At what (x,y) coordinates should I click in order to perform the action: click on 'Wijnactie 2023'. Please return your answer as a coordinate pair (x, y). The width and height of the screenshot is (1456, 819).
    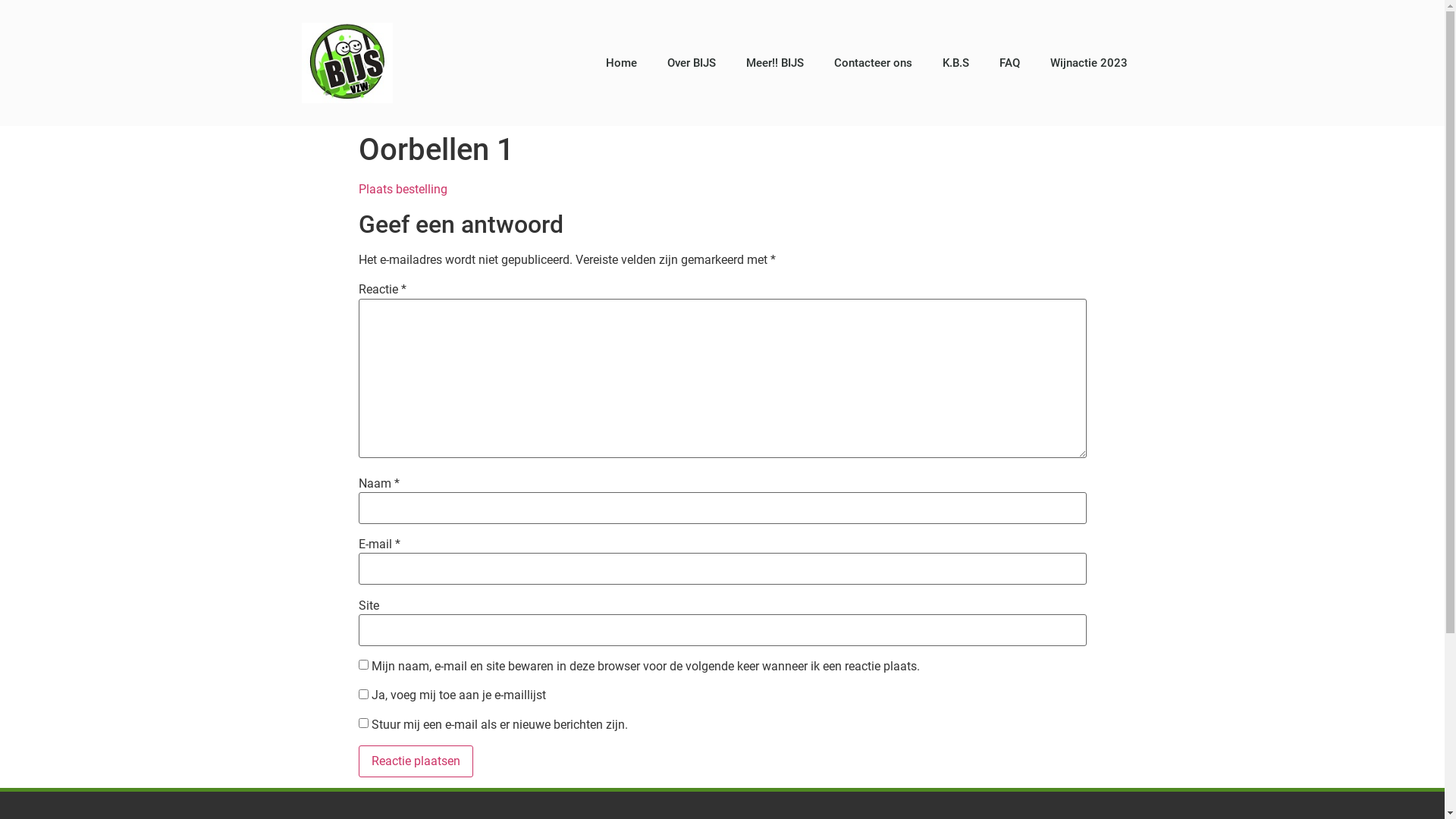
    Looking at the image, I should click on (1087, 62).